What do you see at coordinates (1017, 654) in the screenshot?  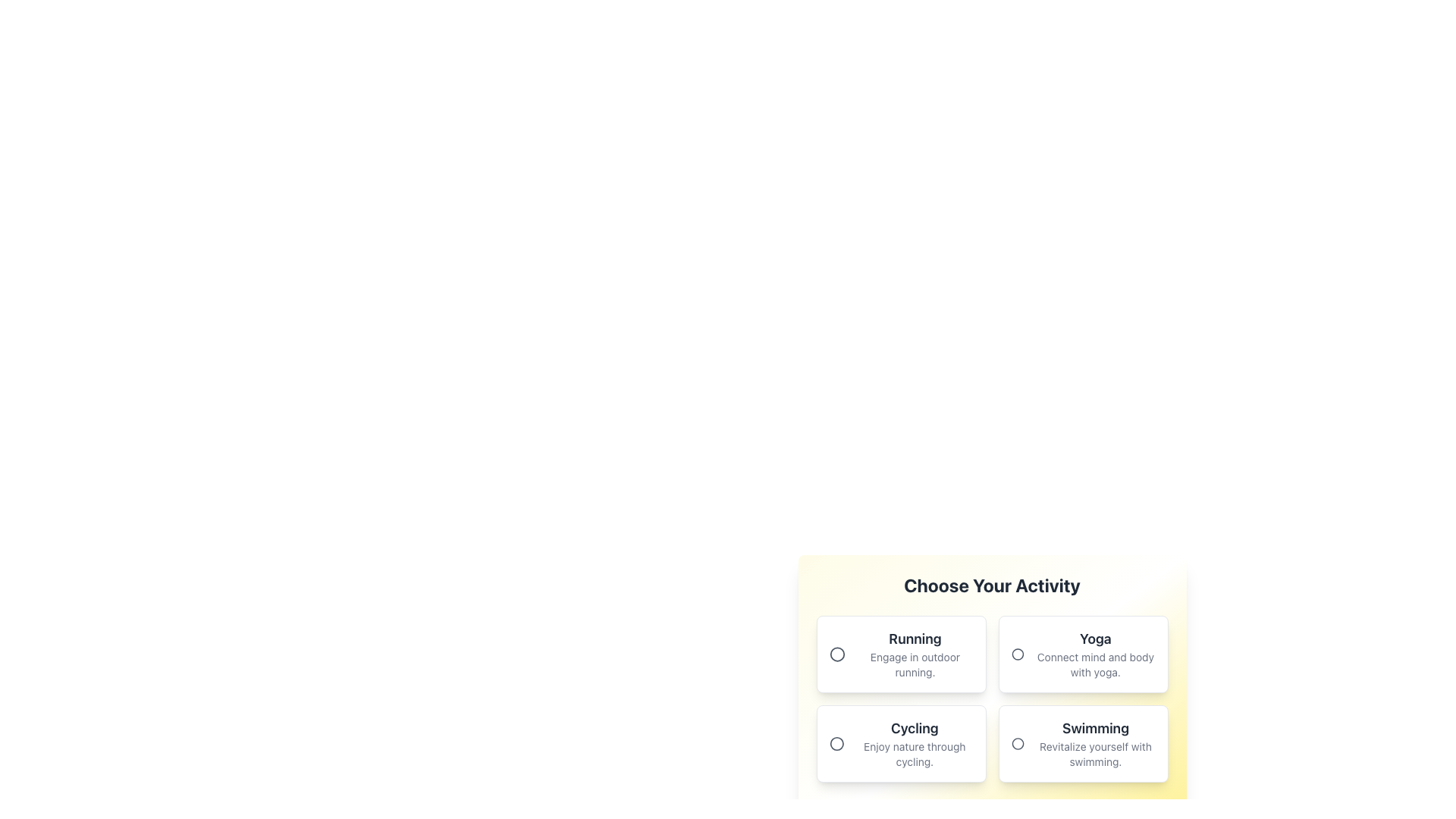 I see `the unselected state indicator (circle icon) located in the Yoga option card within the Choose Your Activity section, positioned at the top-right card among a grid of four cards` at bounding box center [1017, 654].